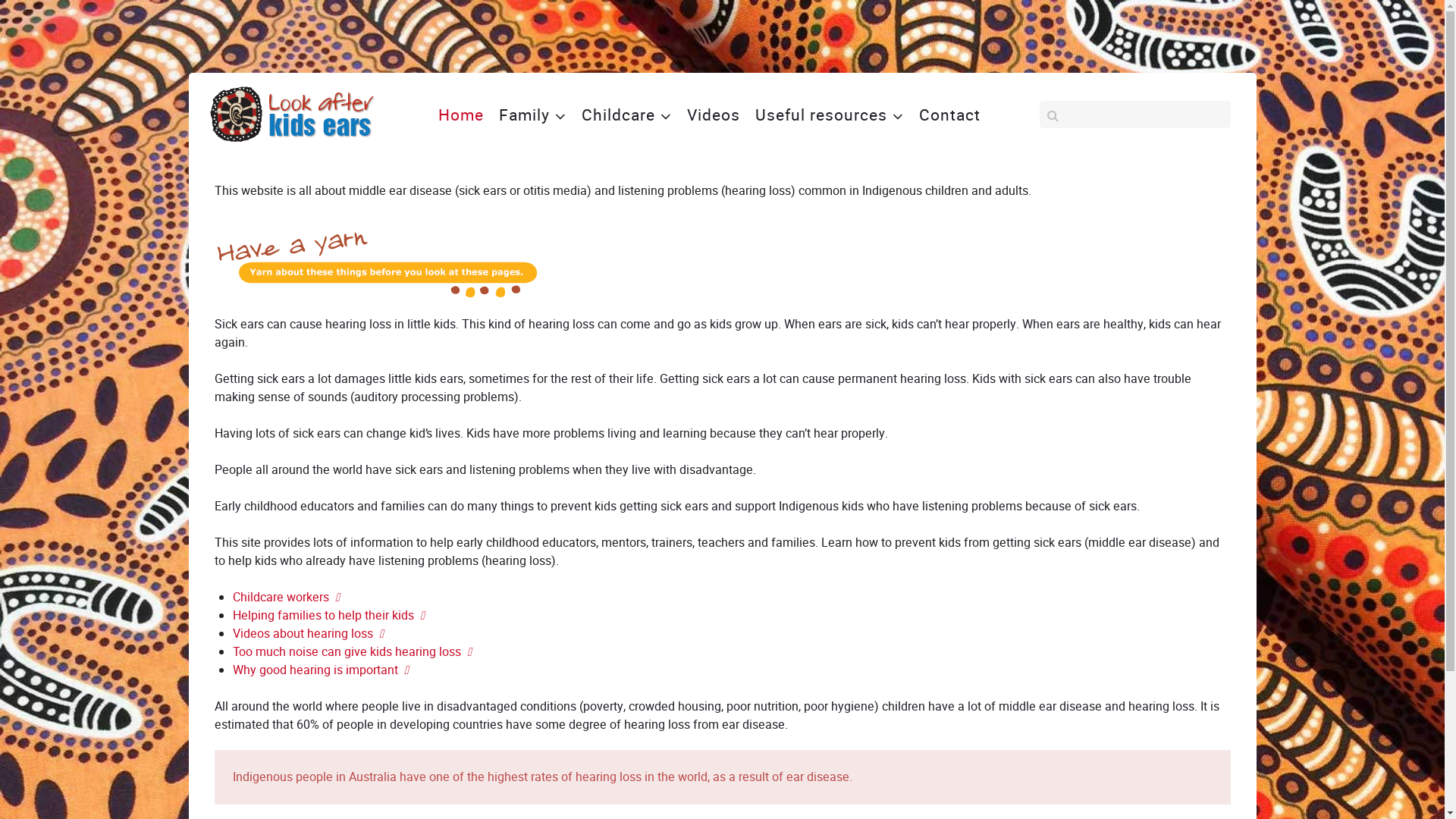 The width and height of the screenshot is (1456, 819). I want to click on 'Childcare workers', so click(285, 596).